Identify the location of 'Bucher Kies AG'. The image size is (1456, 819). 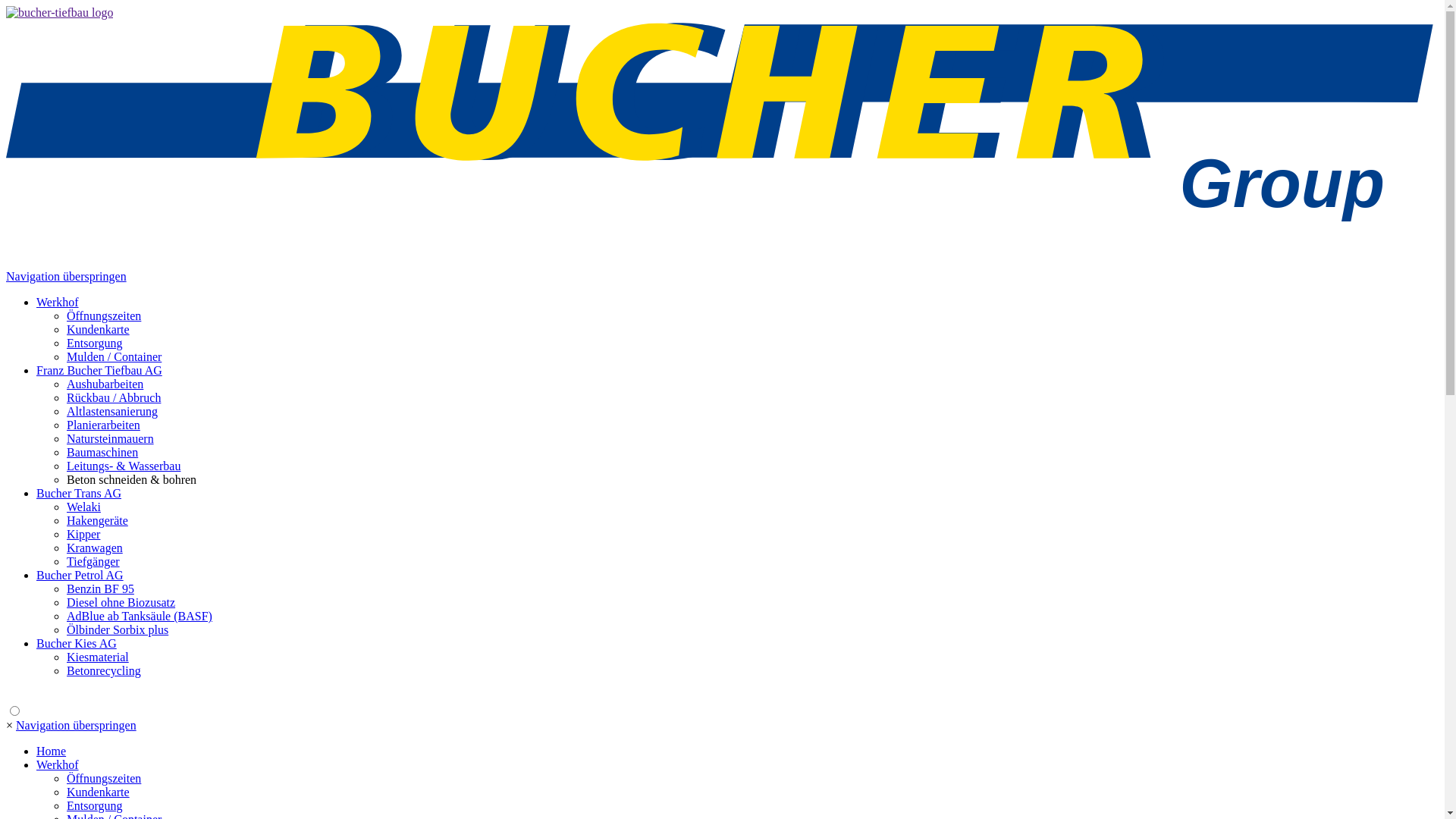
(75, 643).